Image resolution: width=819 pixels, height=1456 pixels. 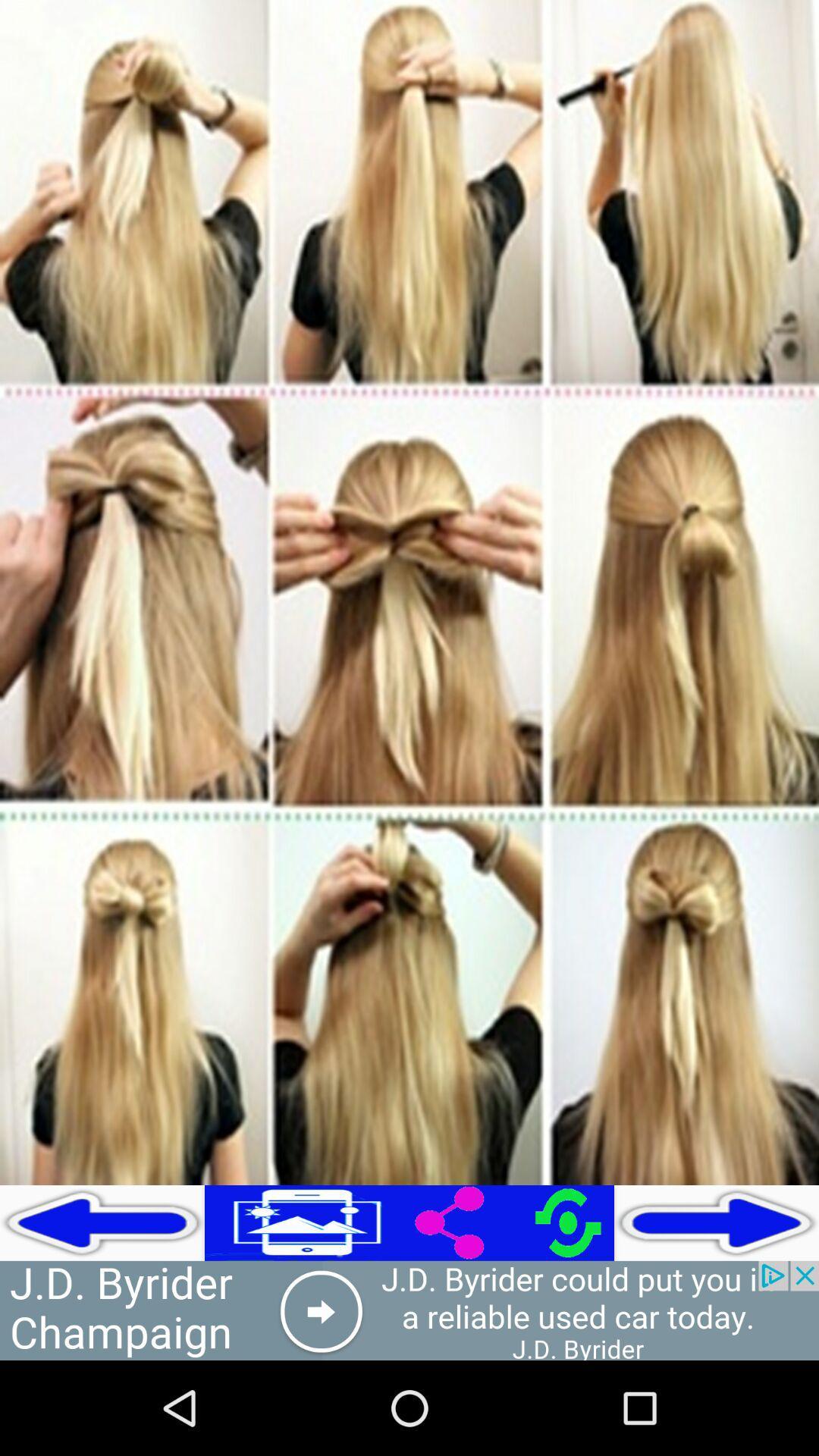 I want to click on back, so click(x=102, y=1222).